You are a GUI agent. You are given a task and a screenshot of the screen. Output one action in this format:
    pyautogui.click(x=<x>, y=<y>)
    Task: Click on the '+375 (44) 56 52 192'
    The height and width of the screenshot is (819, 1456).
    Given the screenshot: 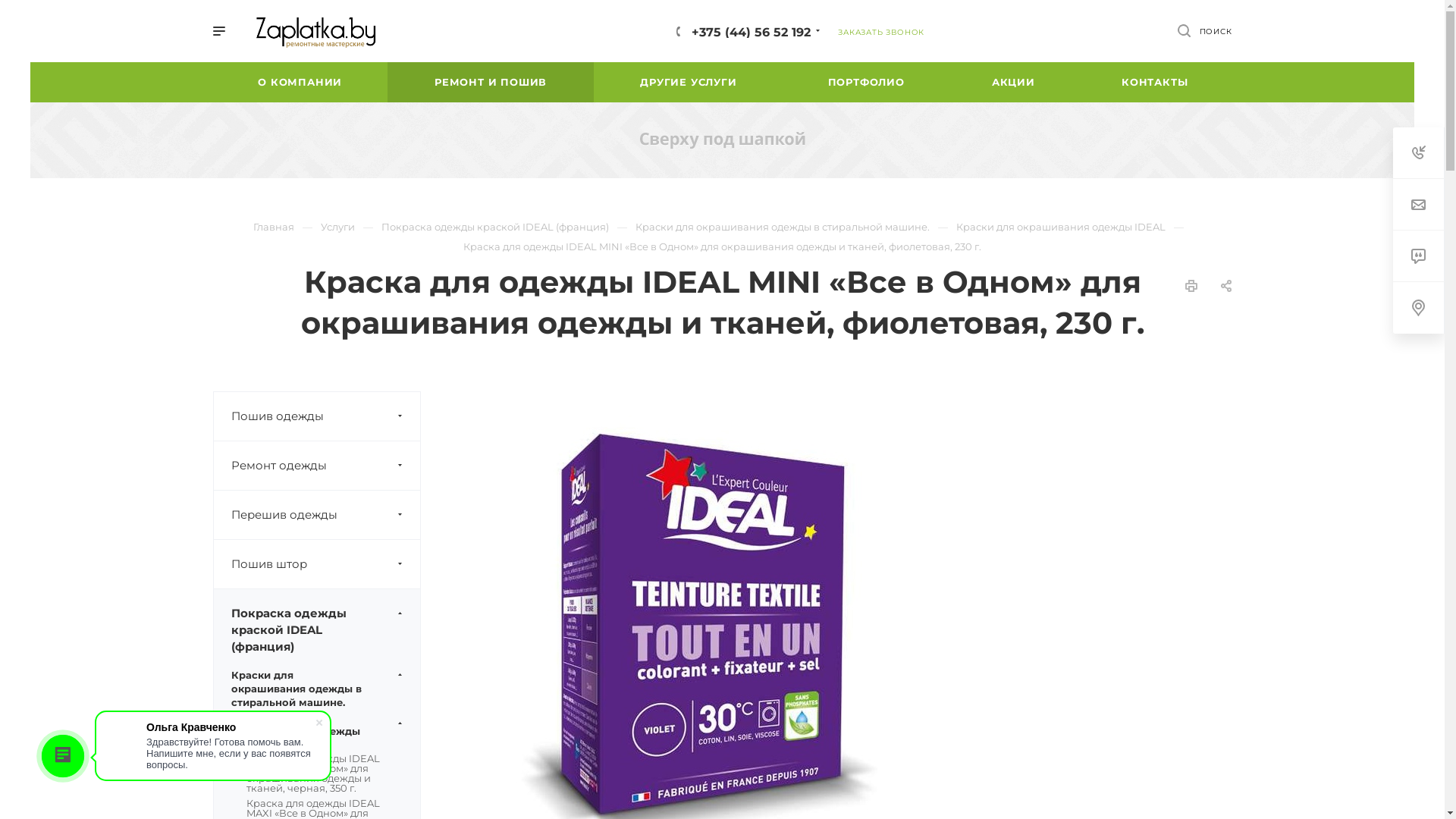 What is the action you would take?
    pyautogui.click(x=751, y=31)
    